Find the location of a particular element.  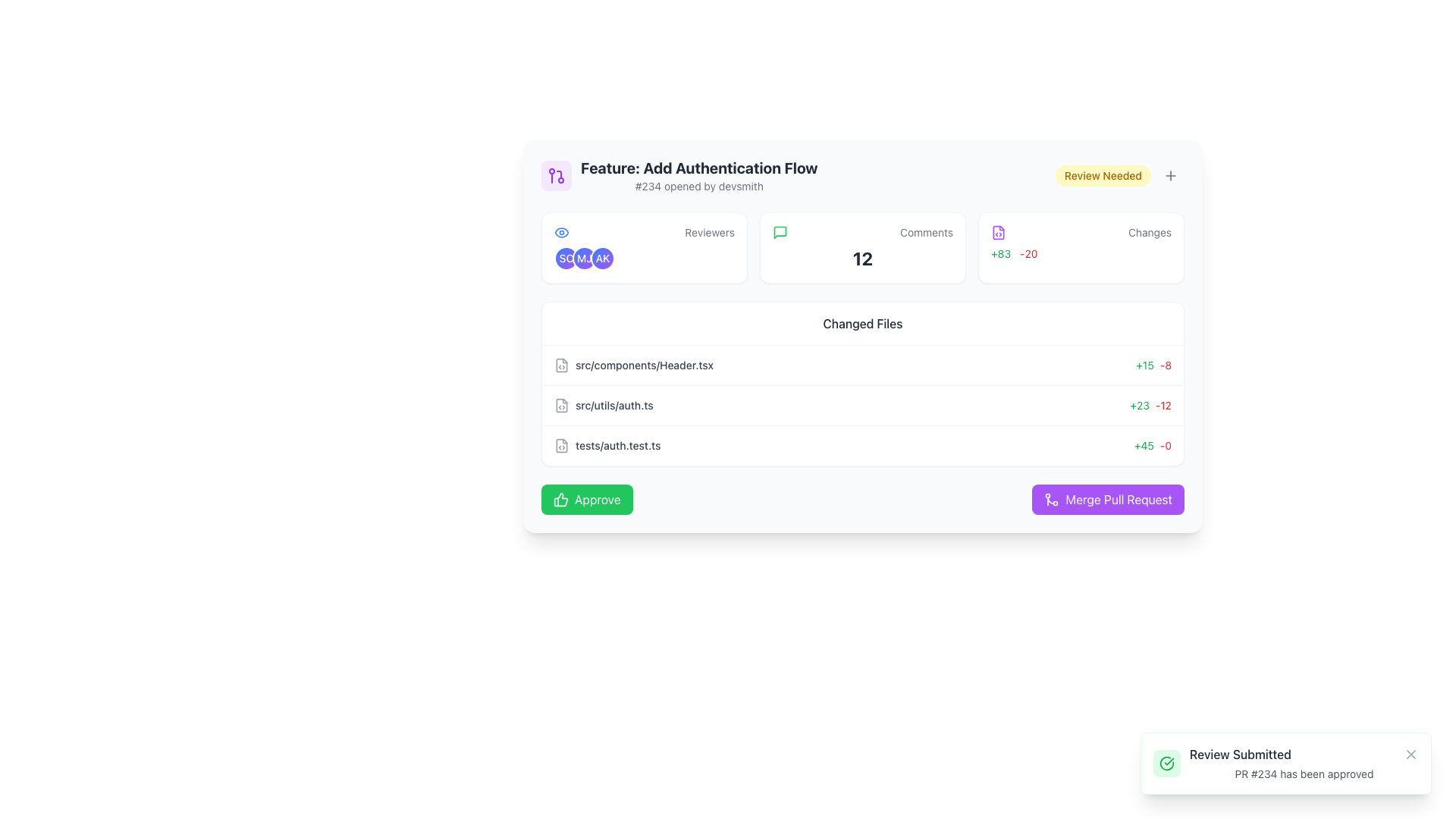

the code file icon in the 'Changed Files' section, specifically the first item on the left in the 'tests/auth.test.ts' row is located at coordinates (560, 444).